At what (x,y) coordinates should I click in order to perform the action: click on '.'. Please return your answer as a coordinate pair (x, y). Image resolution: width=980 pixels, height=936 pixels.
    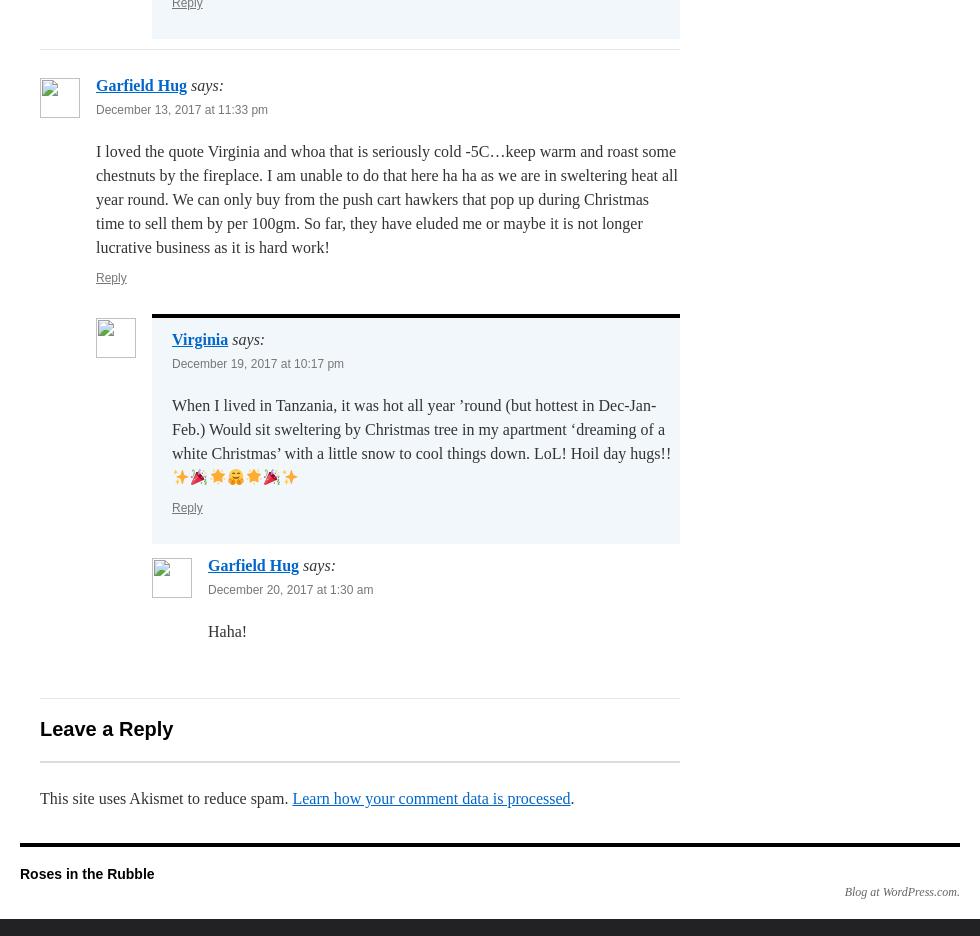
    Looking at the image, I should click on (572, 797).